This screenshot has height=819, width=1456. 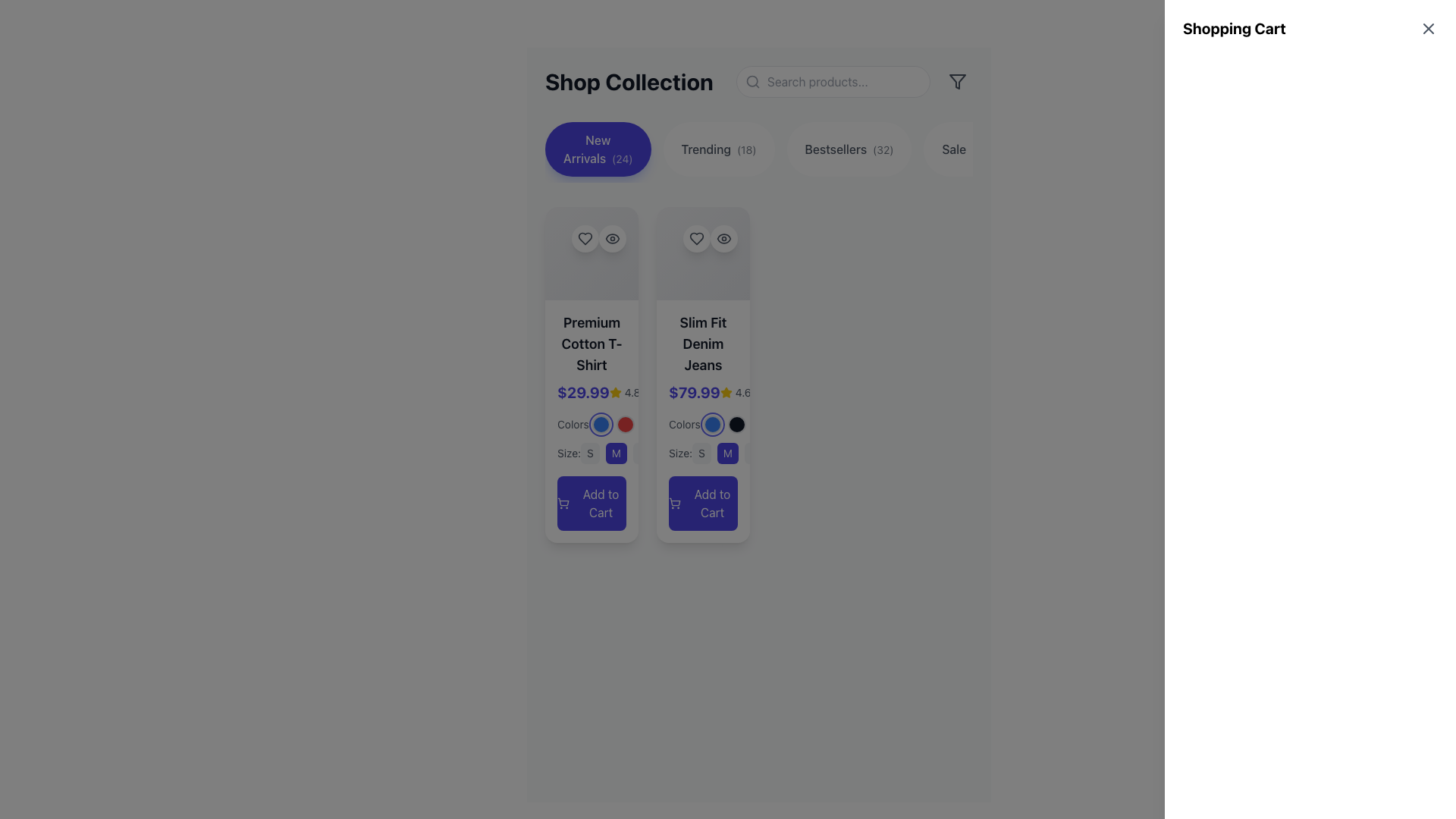 I want to click on the second circular icon representing the red color option for the 'Premium Cotton T-Shirt', so click(x=625, y=424).